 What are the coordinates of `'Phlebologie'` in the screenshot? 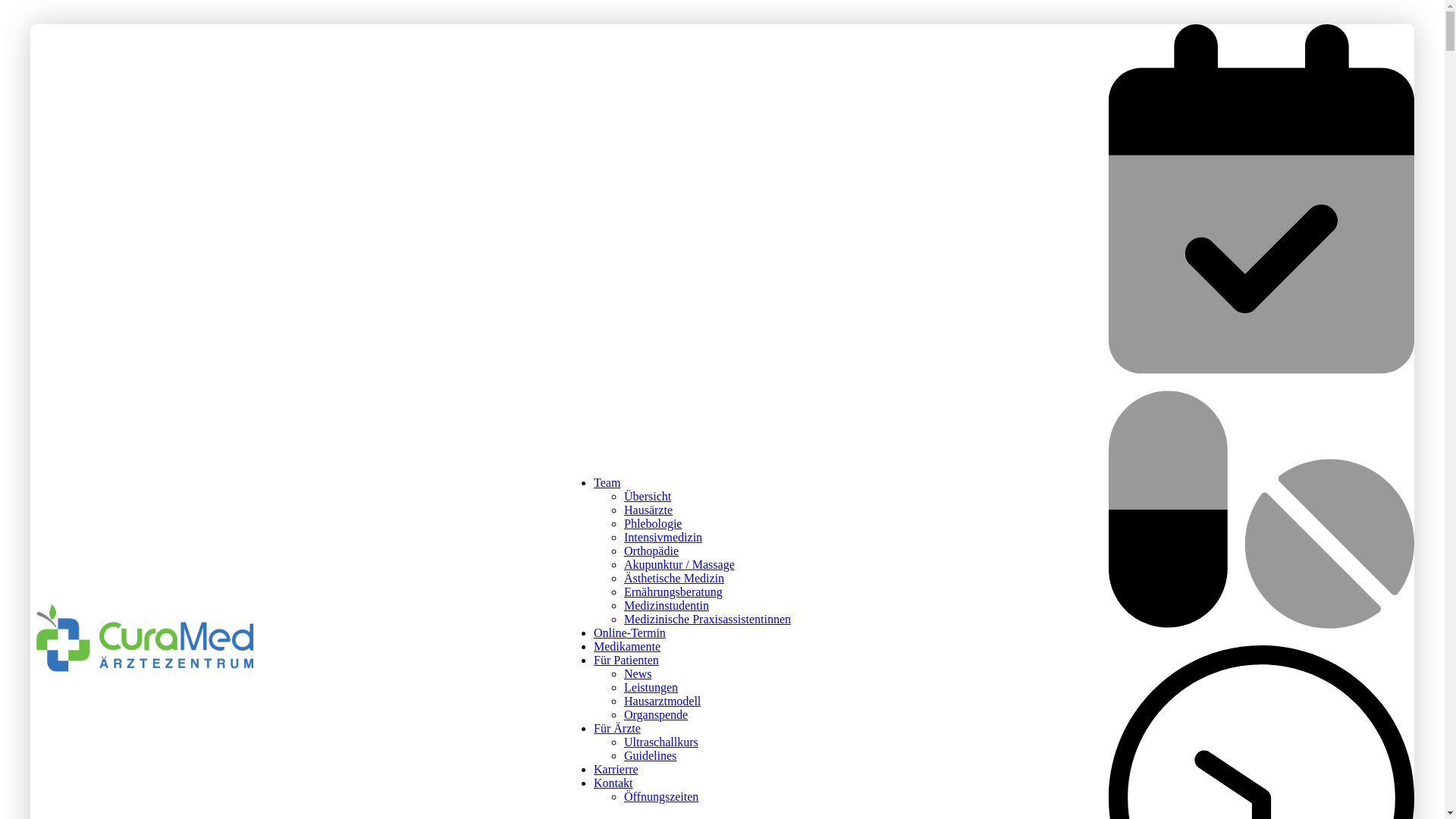 It's located at (652, 522).